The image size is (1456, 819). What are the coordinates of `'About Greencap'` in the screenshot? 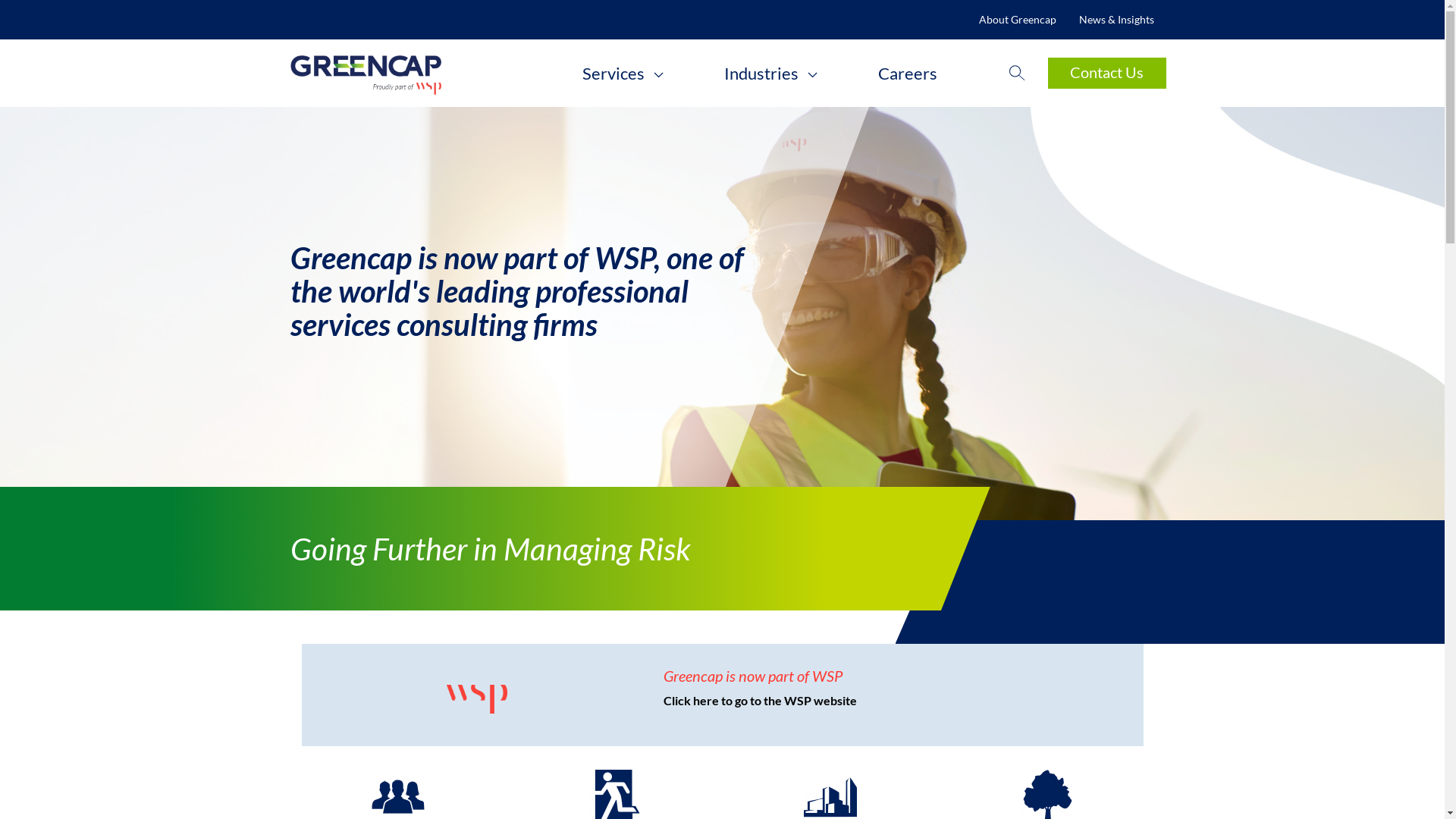 It's located at (1018, 20).